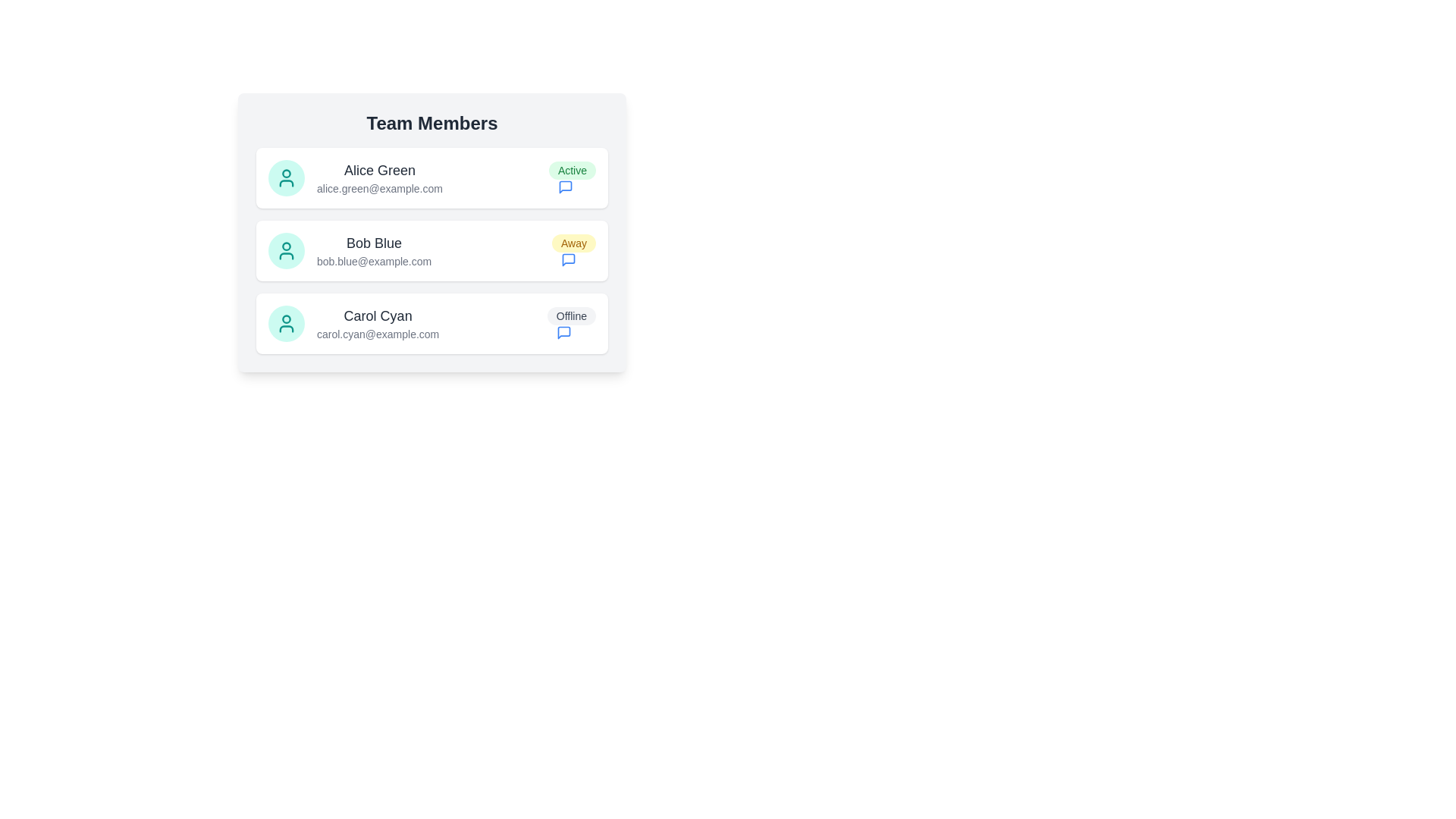  I want to click on the Icon button located to the right of the 'Offline' label, so click(563, 332).